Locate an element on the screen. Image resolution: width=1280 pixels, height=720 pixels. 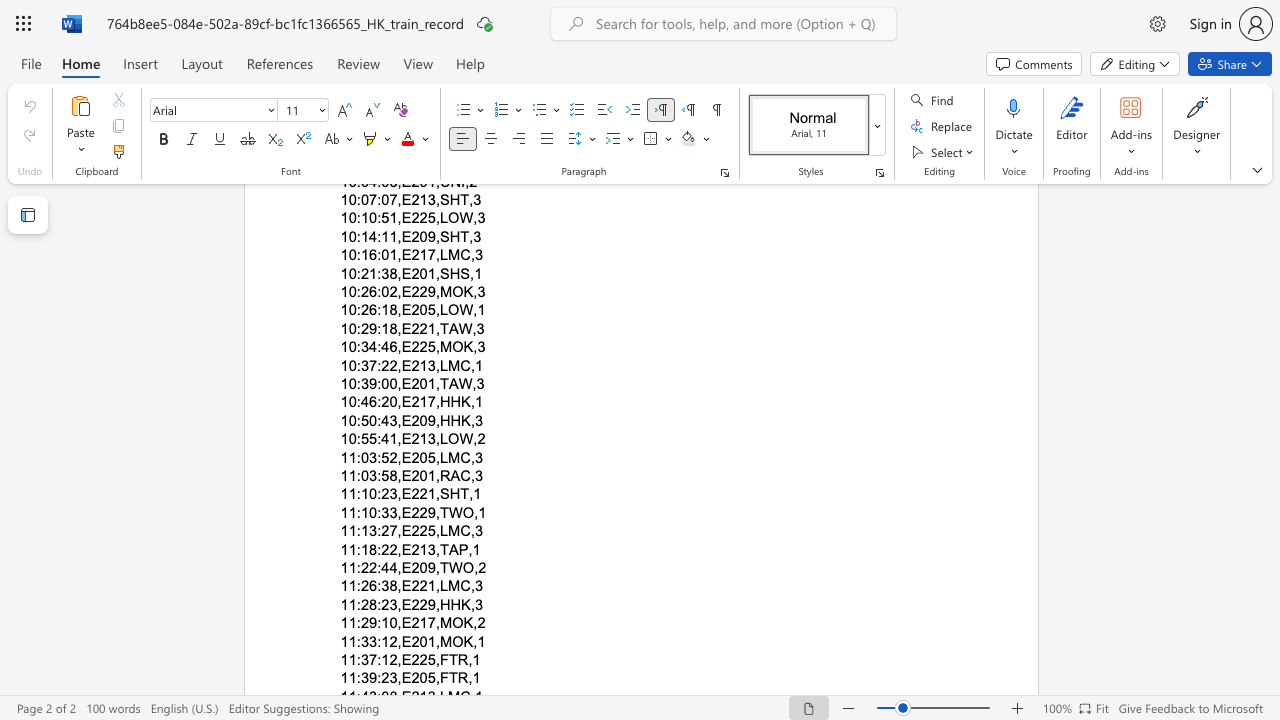
the space between the continuous character "2" and ":" in the text is located at coordinates (376, 568).